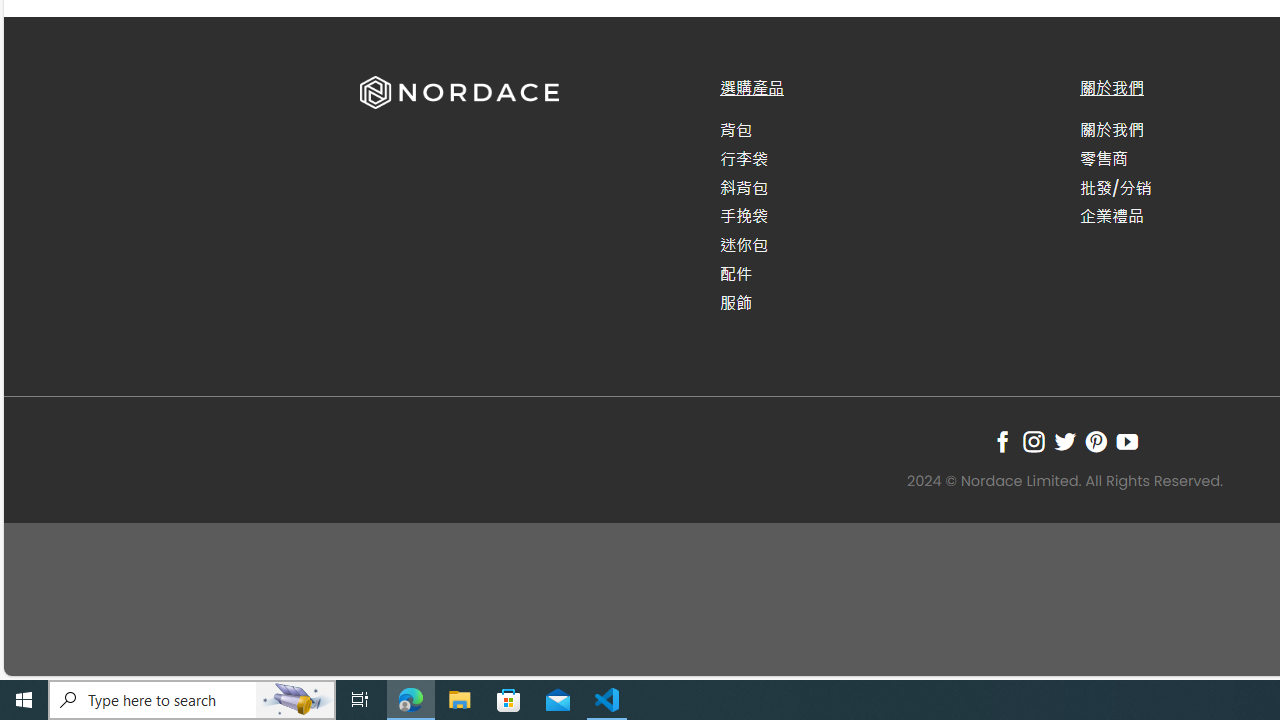  What do you see at coordinates (1063, 440) in the screenshot?
I see `'Follow on Twitter'` at bounding box center [1063, 440].